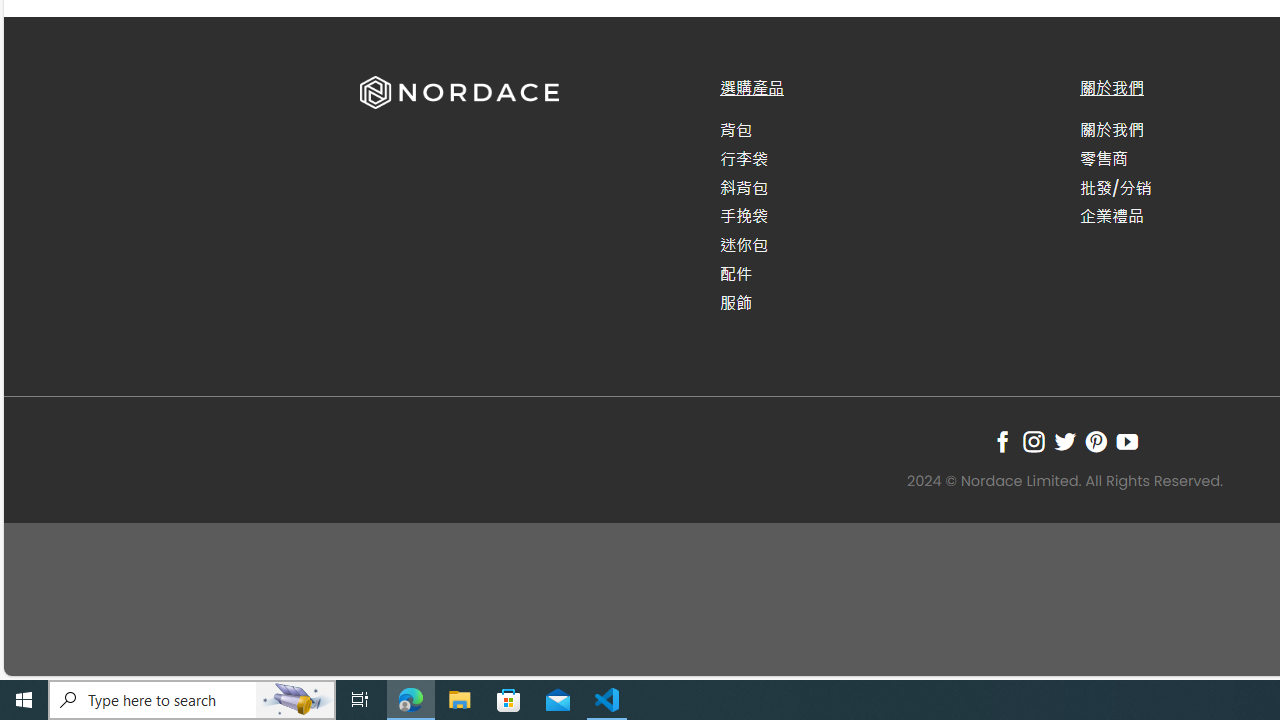  What do you see at coordinates (1063, 440) in the screenshot?
I see `'Follow on Twitter'` at bounding box center [1063, 440].